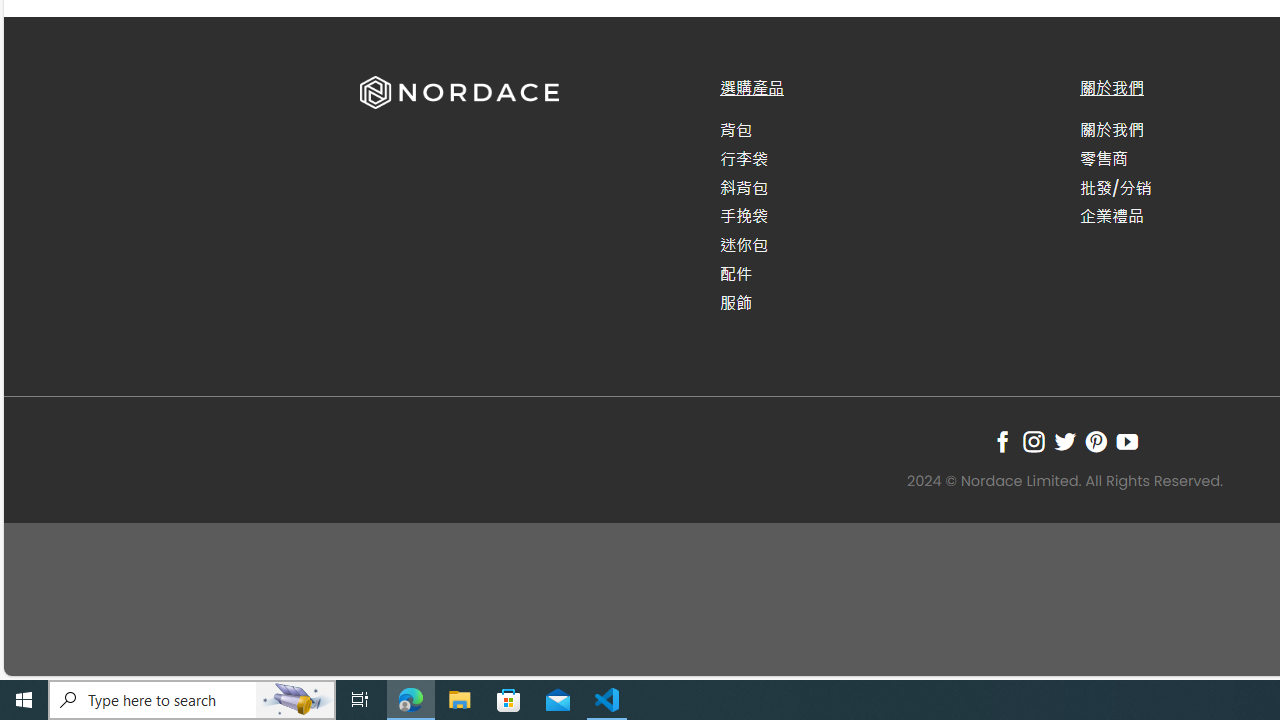  What do you see at coordinates (1063, 440) in the screenshot?
I see `'Follow on Twitter'` at bounding box center [1063, 440].